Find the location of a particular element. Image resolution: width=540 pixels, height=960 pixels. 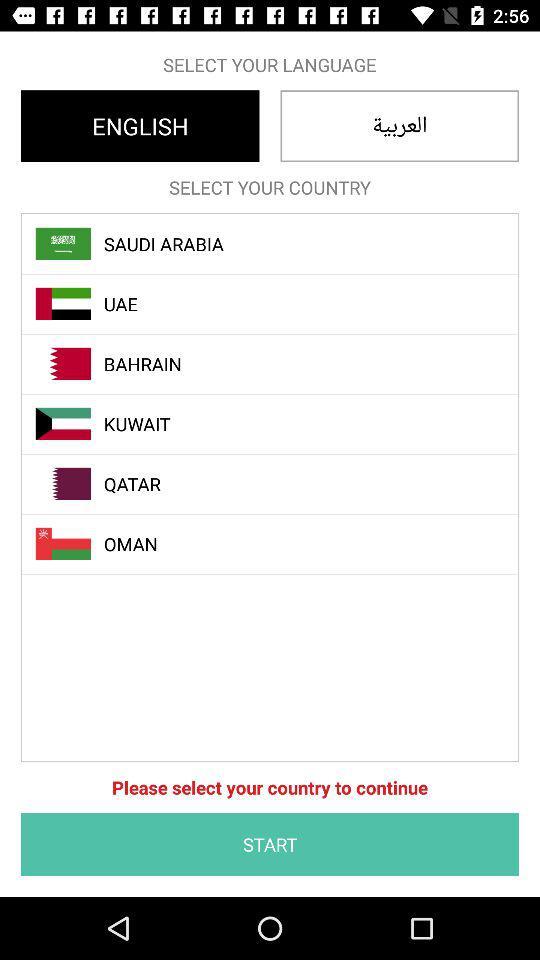

uae icon is located at coordinates (280, 304).